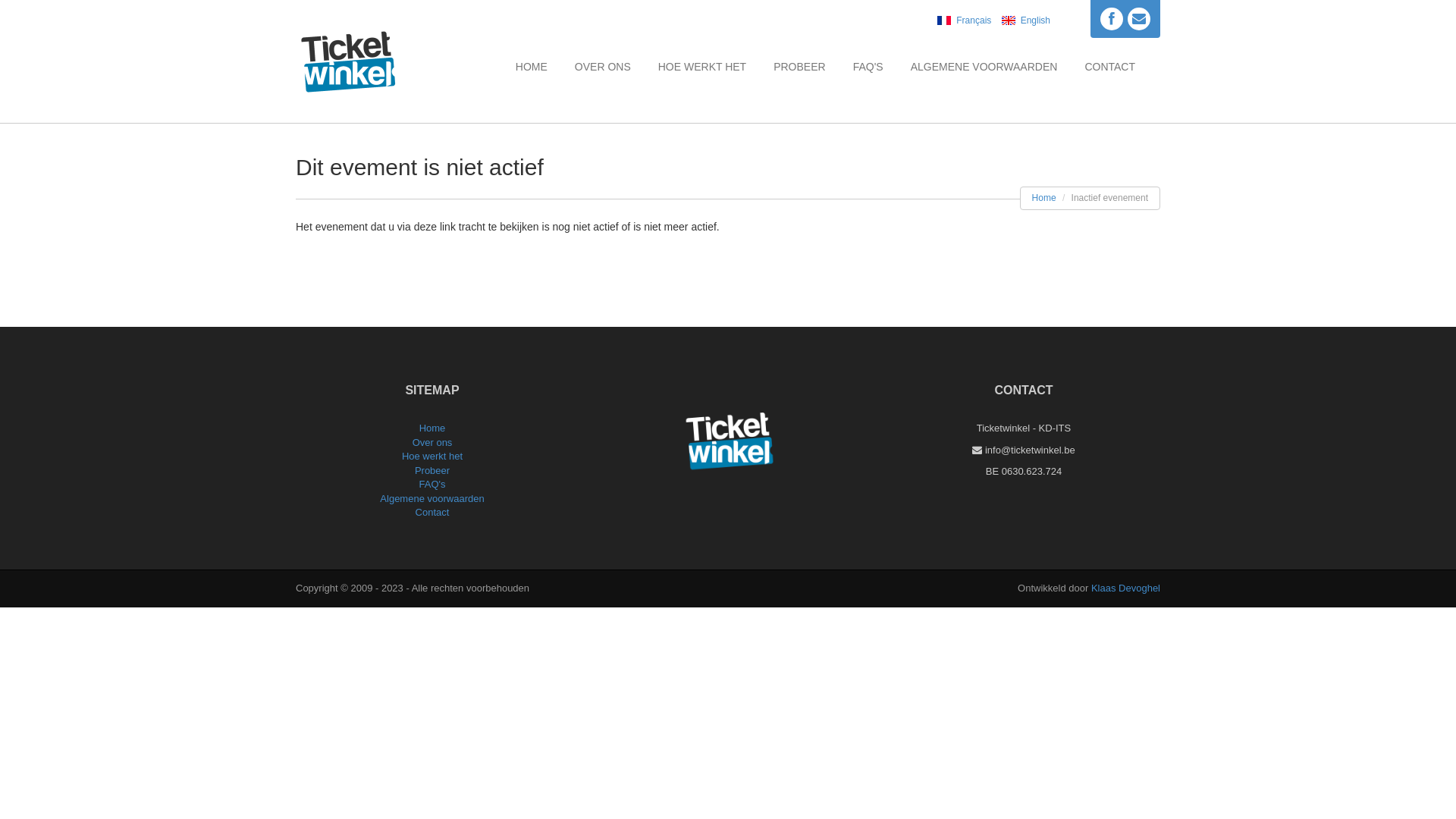  What do you see at coordinates (431, 512) in the screenshot?
I see `'Contact'` at bounding box center [431, 512].